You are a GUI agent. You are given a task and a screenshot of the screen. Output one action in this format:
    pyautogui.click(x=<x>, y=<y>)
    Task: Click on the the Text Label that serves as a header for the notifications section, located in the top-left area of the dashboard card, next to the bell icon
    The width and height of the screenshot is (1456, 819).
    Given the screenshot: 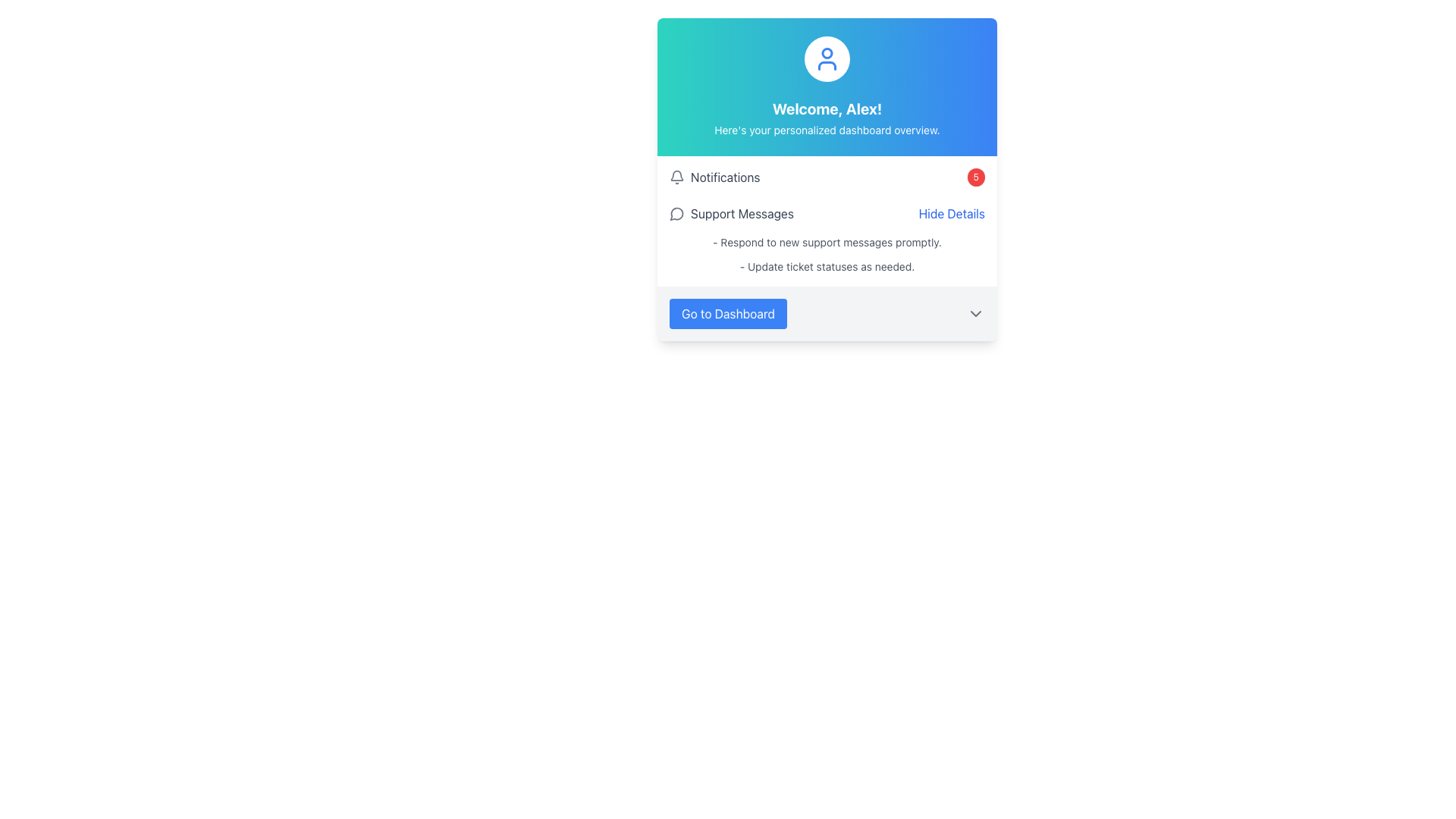 What is the action you would take?
    pyautogui.click(x=724, y=177)
    